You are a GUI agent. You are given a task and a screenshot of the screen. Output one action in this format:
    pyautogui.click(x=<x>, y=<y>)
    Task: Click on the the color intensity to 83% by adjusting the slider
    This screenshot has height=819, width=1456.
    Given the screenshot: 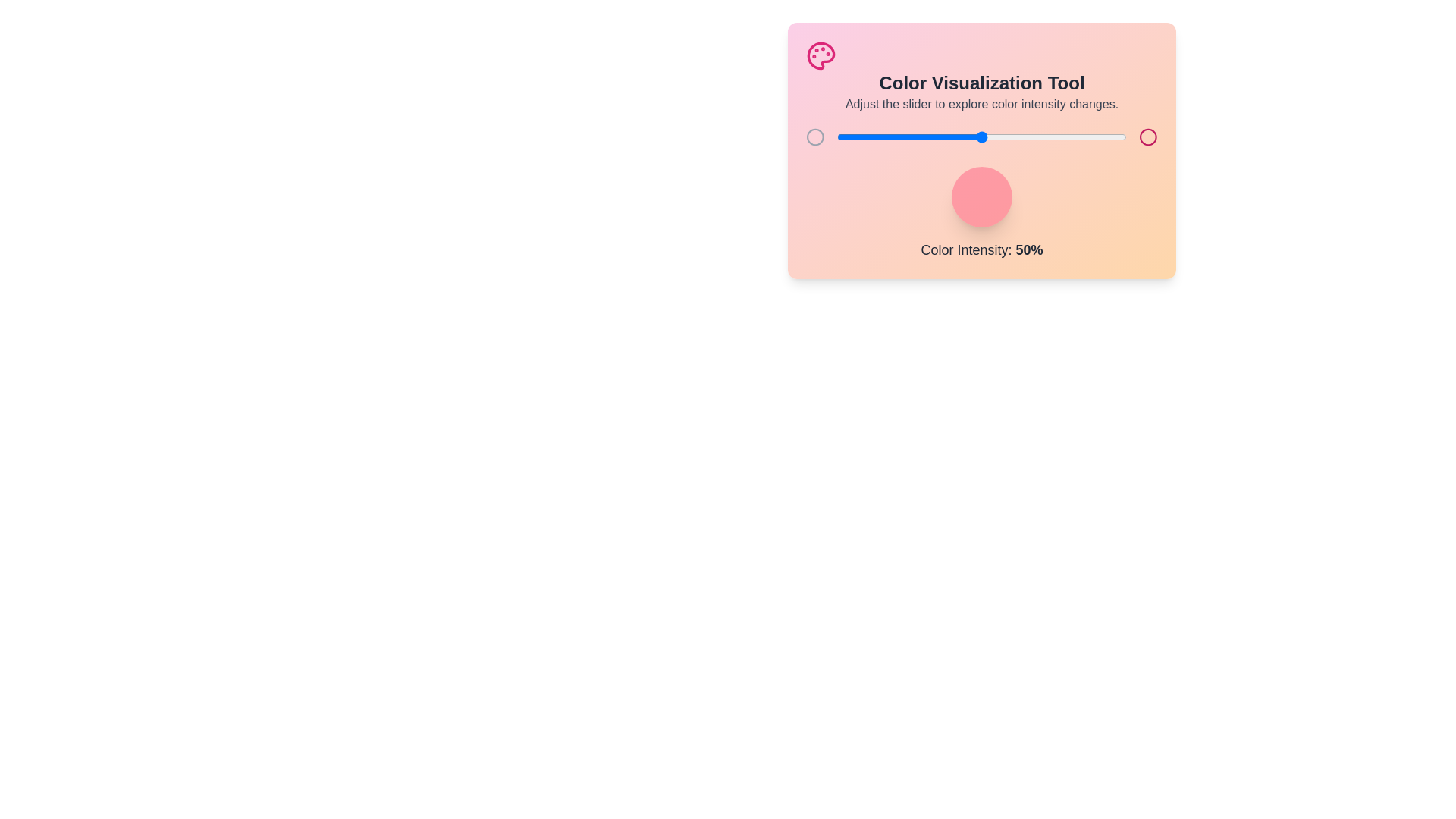 What is the action you would take?
    pyautogui.click(x=1077, y=137)
    